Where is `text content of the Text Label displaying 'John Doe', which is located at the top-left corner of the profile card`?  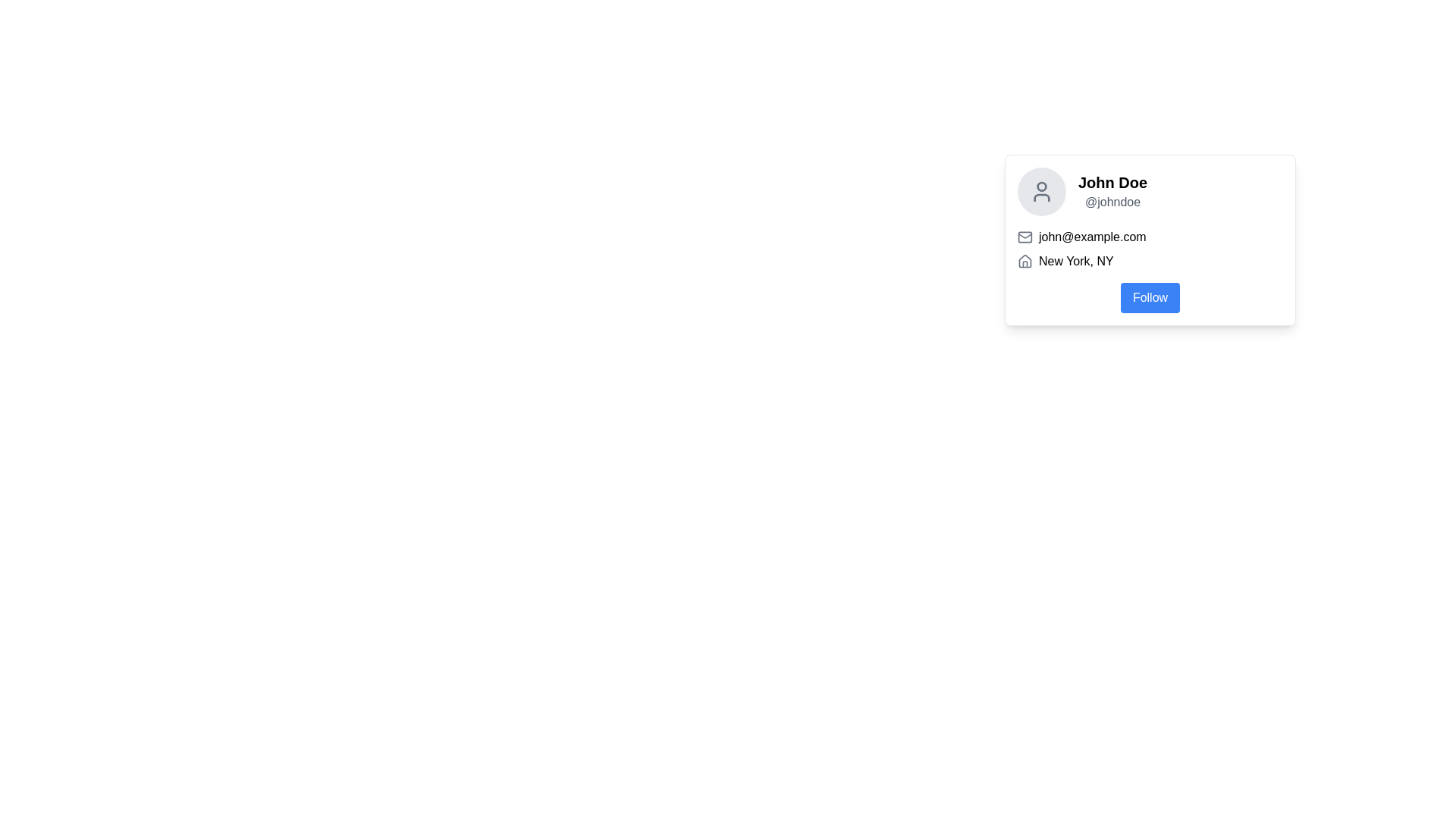 text content of the Text Label displaying 'John Doe', which is located at the top-left corner of the profile card is located at coordinates (1112, 181).